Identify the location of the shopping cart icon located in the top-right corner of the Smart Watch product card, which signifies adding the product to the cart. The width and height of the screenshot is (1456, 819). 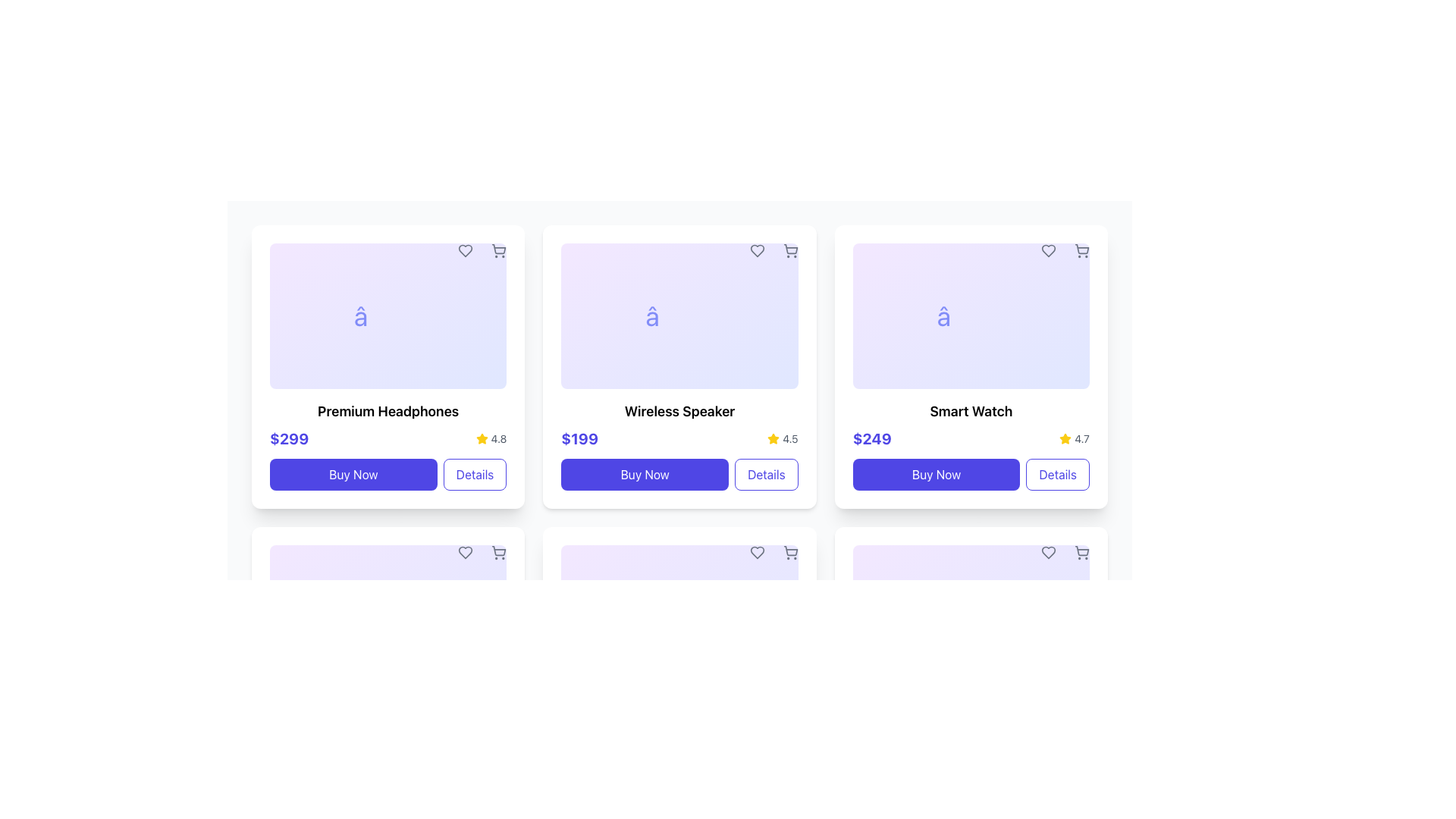
(1081, 551).